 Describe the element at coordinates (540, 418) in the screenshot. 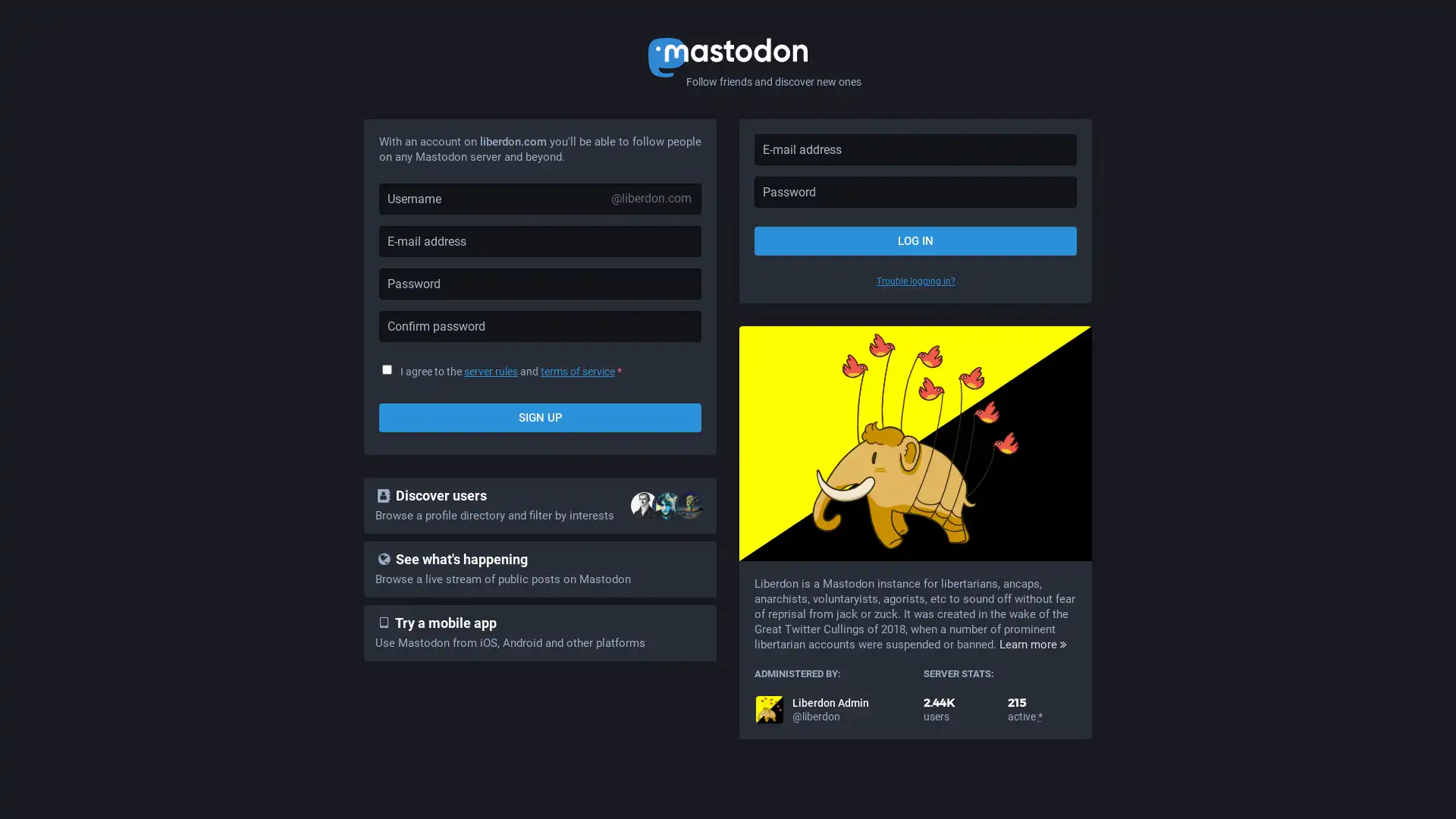

I see `SIGN UP` at that location.